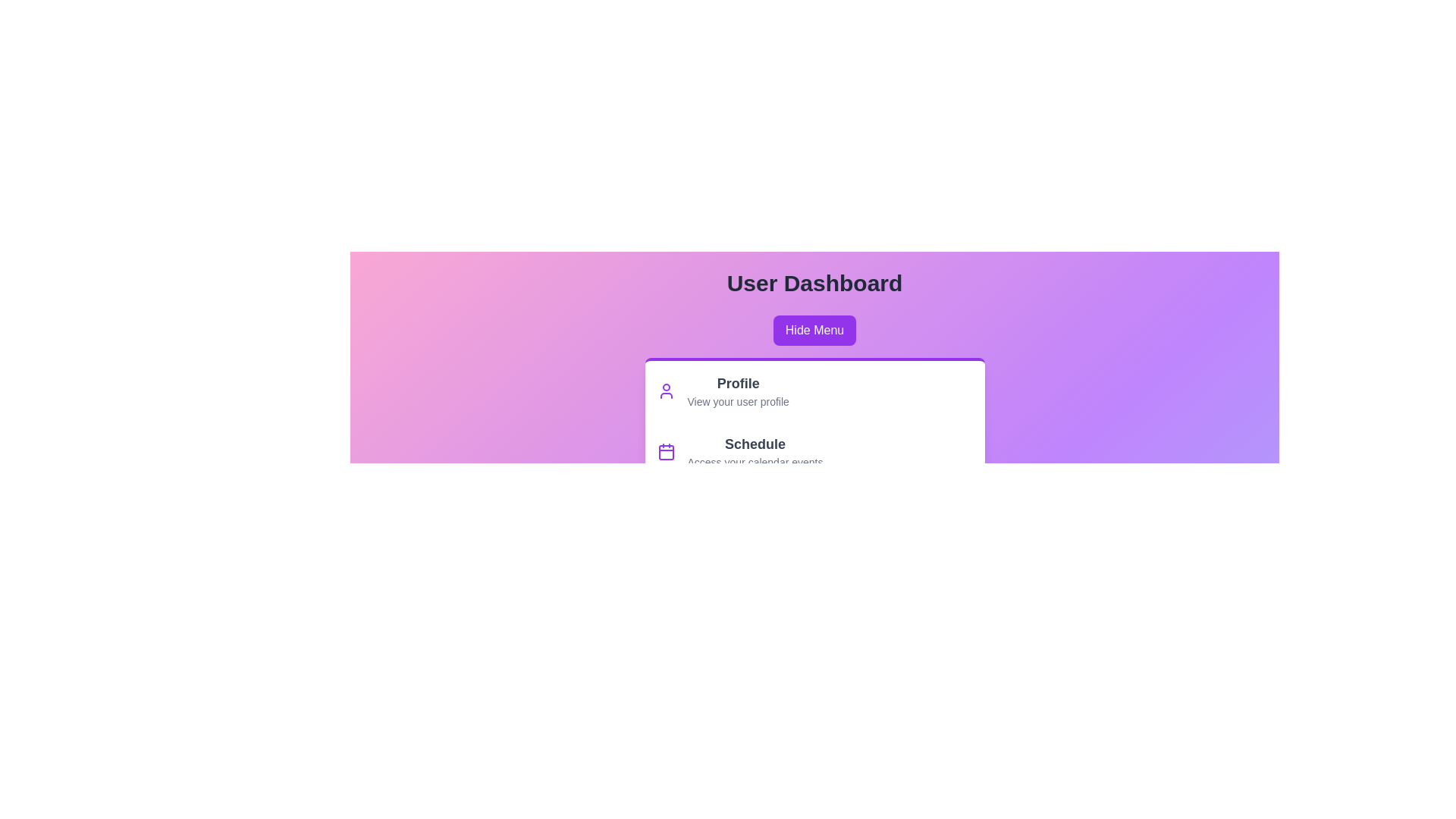 The width and height of the screenshot is (1456, 819). I want to click on the 'Hide Menu' button to toggle the menu visibility, so click(814, 329).